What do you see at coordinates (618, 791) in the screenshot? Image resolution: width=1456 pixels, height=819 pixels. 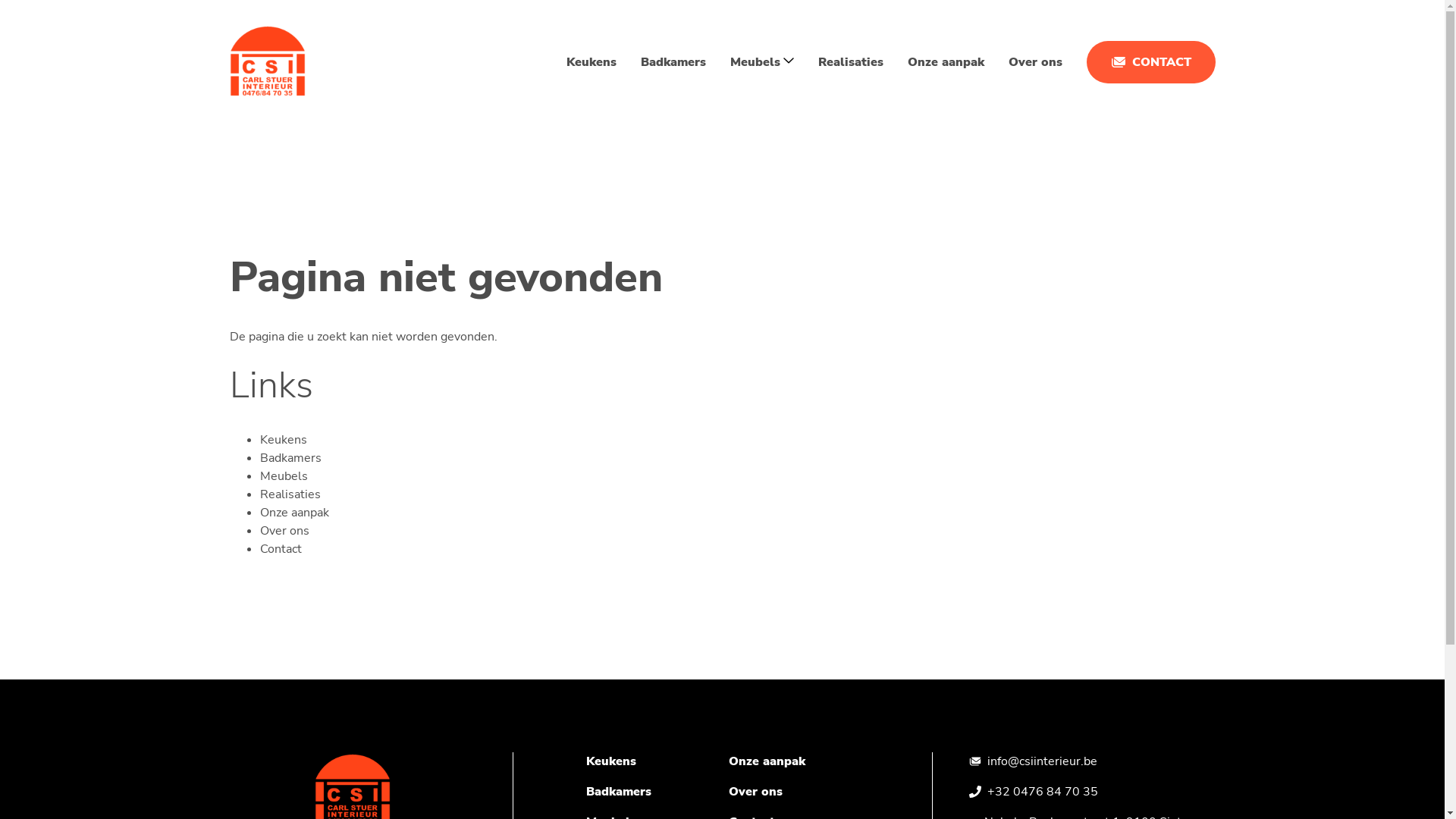 I see `'Badkamers'` at bounding box center [618, 791].